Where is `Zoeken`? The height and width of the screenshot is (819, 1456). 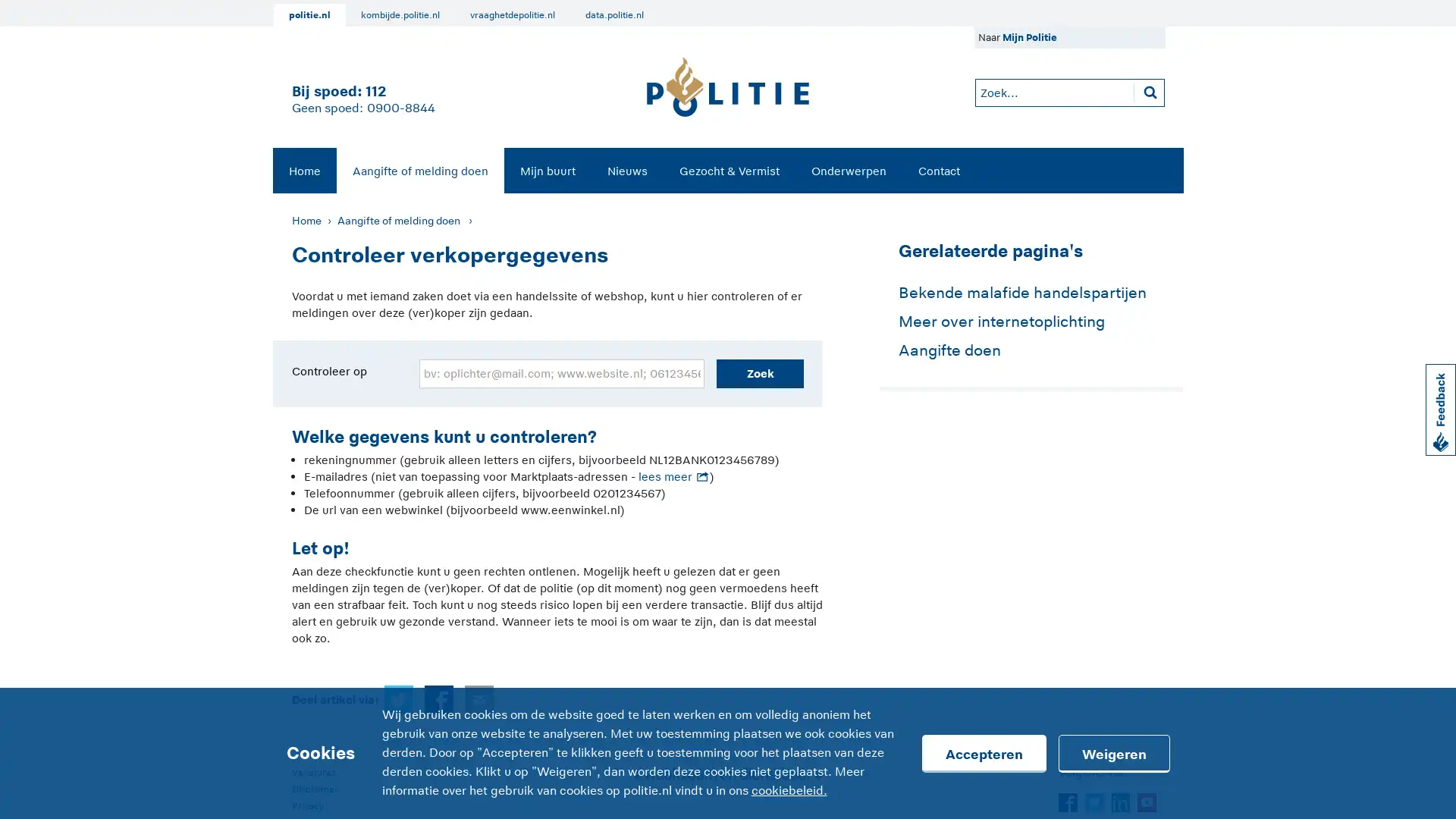
Zoeken is located at coordinates (974, 105).